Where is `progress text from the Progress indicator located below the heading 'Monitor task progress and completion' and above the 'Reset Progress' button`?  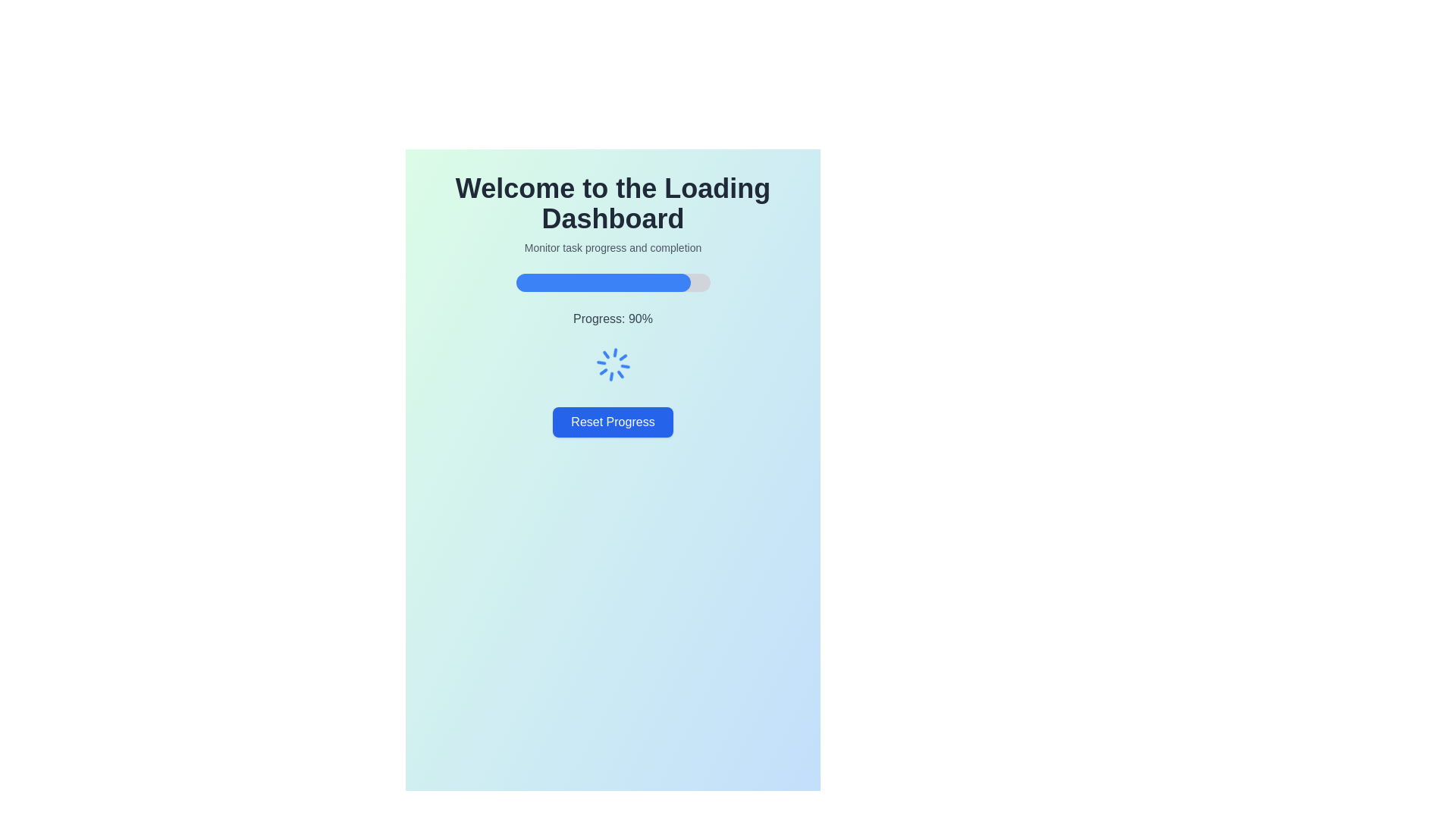 progress text from the Progress indicator located below the heading 'Monitor task progress and completion' and above the 'Reset Progress' button is located at coordinates (613, 327).